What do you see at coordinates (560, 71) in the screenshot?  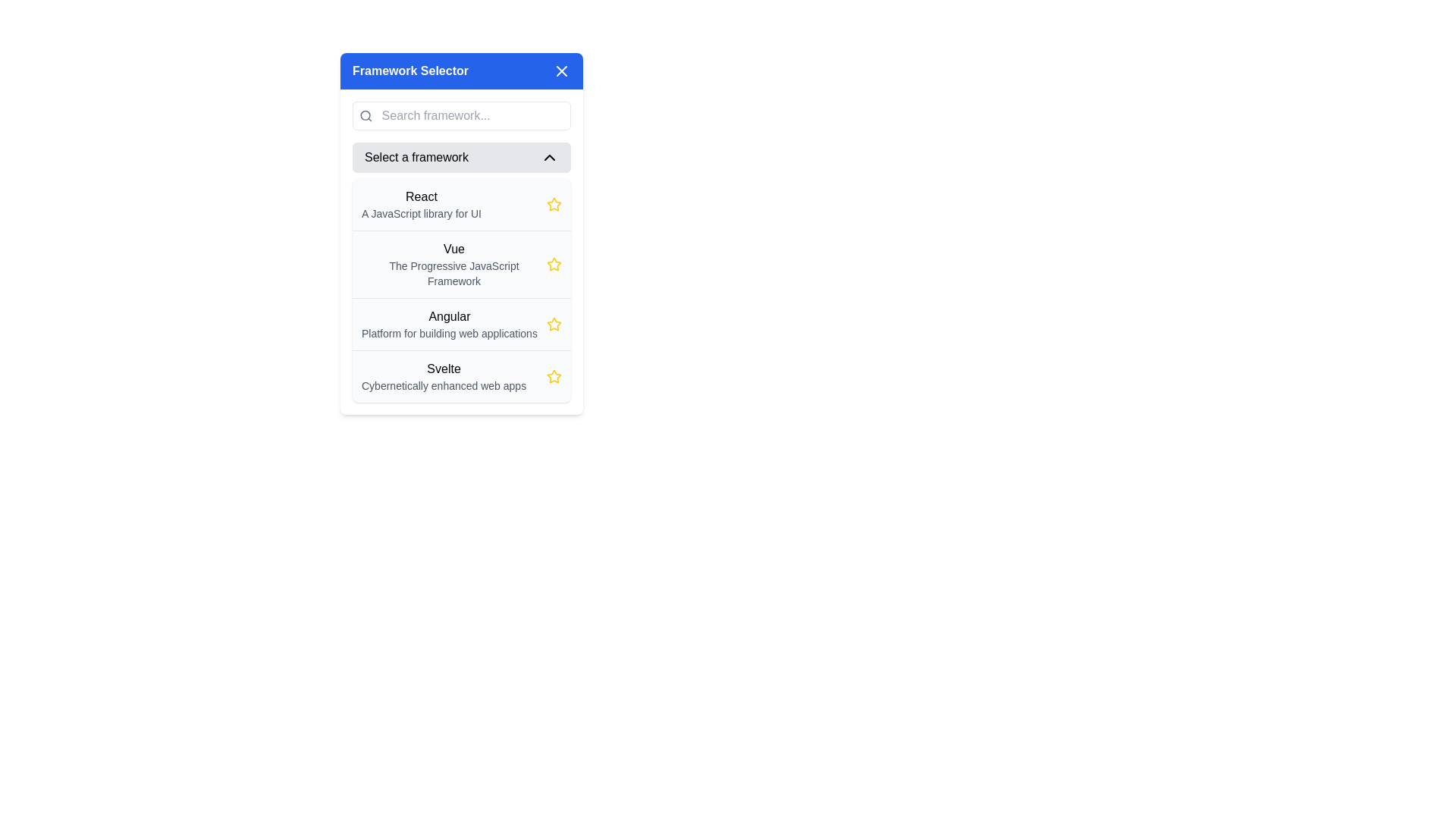 I see `the 'X' icon button located in the top-right corner of the blue header bar` at bounding box center [560, 71].